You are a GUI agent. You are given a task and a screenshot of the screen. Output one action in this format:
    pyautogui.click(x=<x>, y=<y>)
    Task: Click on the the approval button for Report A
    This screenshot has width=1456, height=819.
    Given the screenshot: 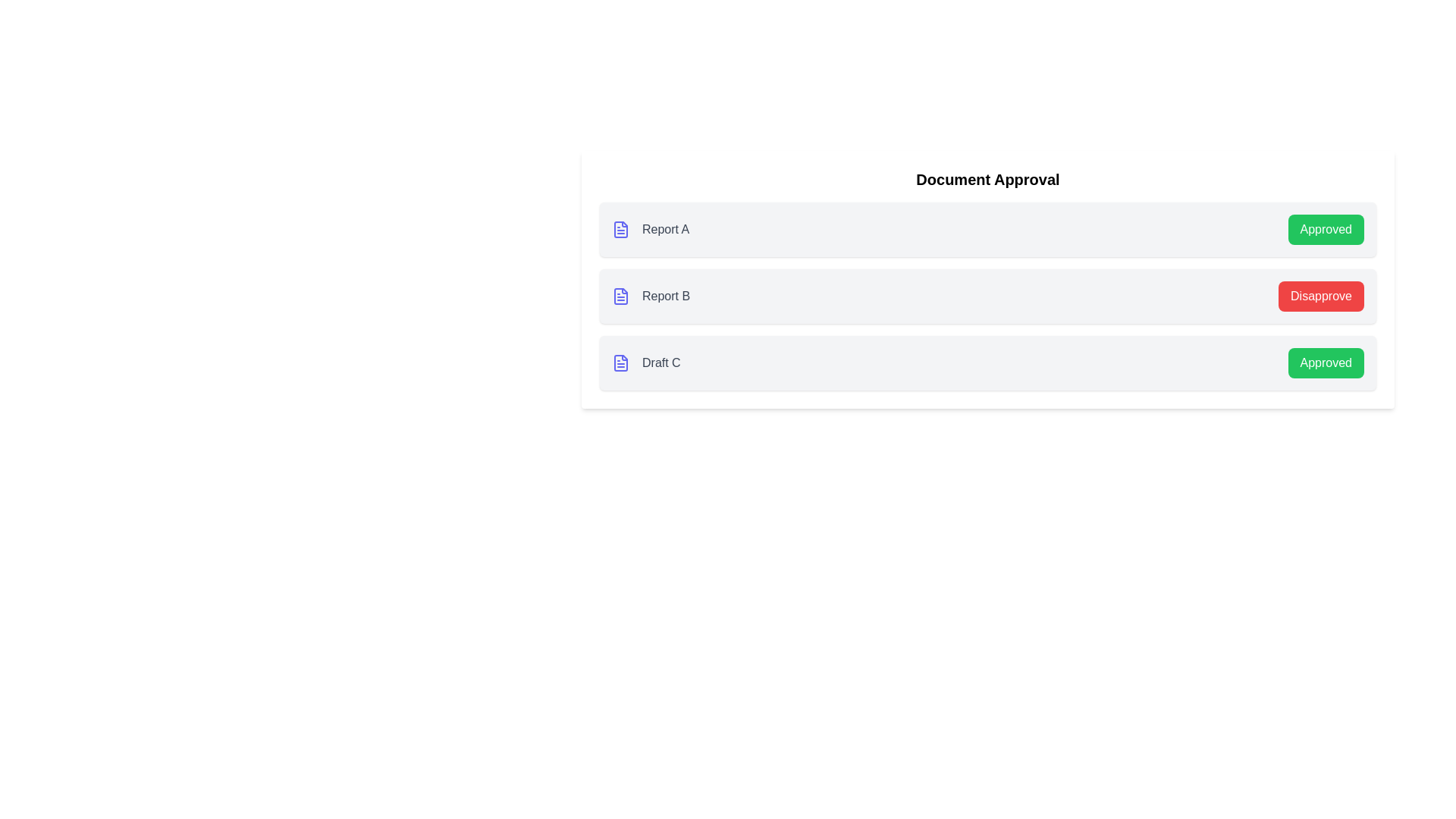 What is the action you would take?
    pyautogui.click(x=1325, y=230)
    